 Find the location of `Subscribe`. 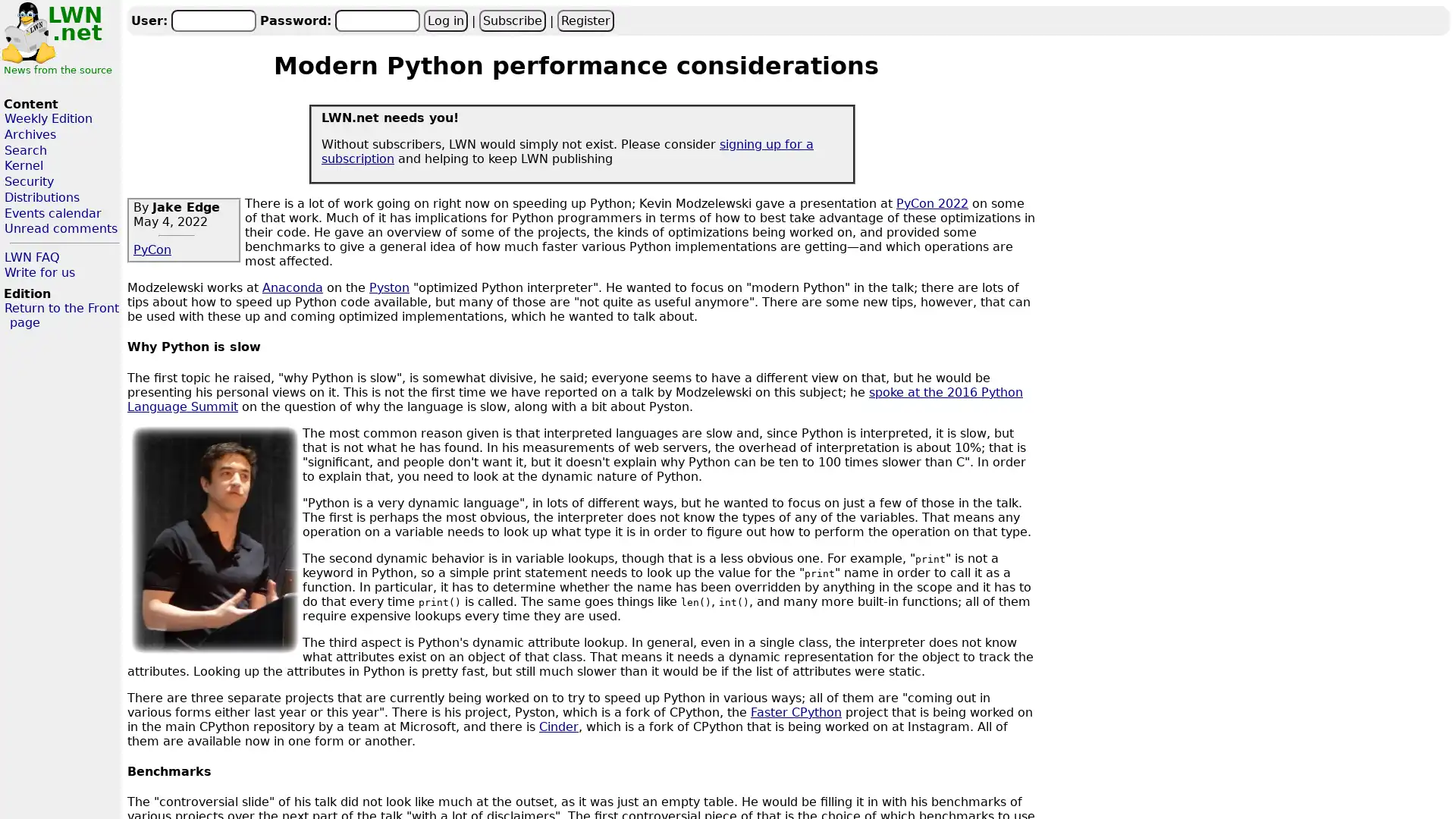

Subscribe is located at coordinates (512, 20).